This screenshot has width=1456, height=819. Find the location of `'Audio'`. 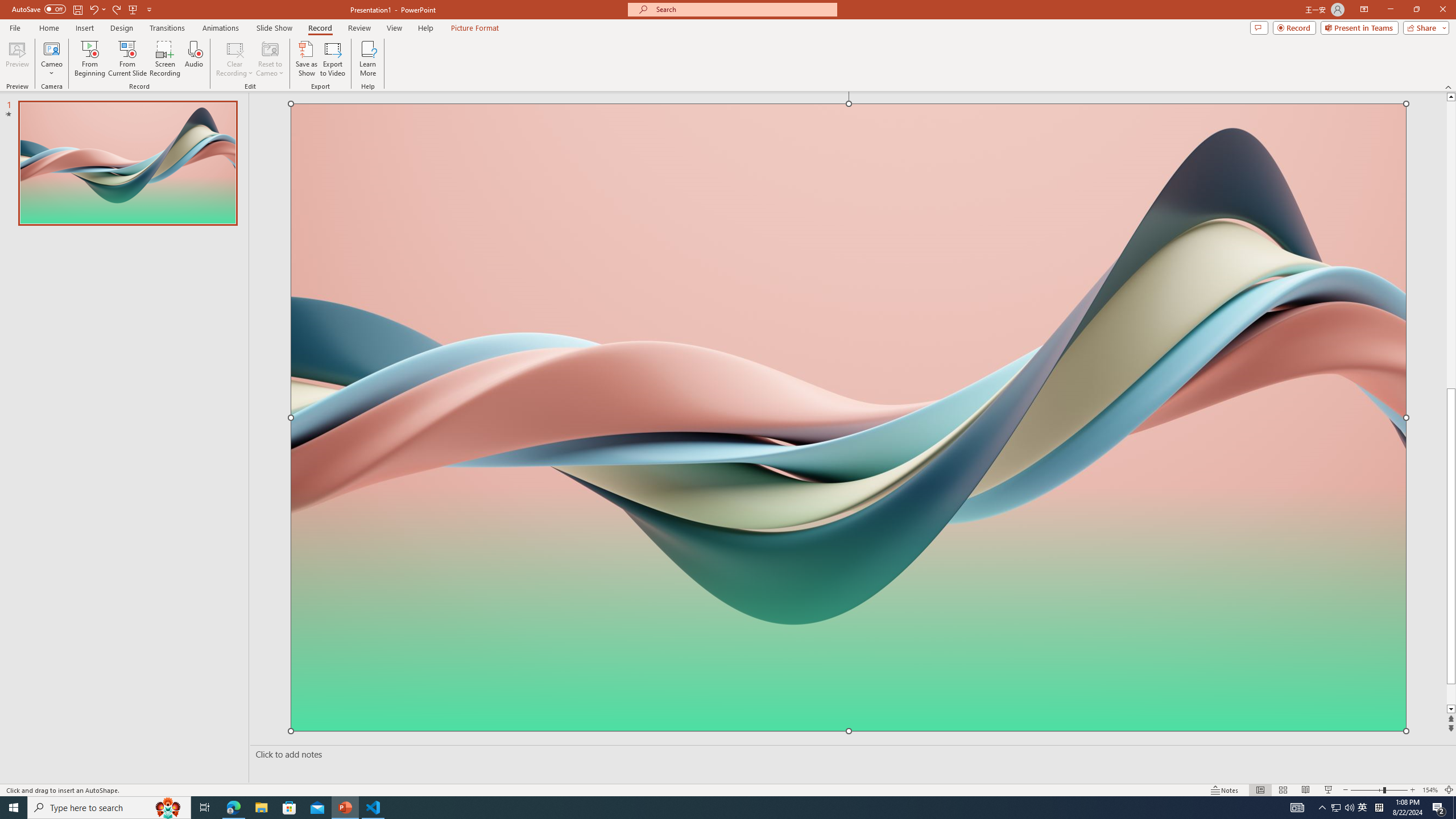

'Audio' is located at coordinates (193, 59).